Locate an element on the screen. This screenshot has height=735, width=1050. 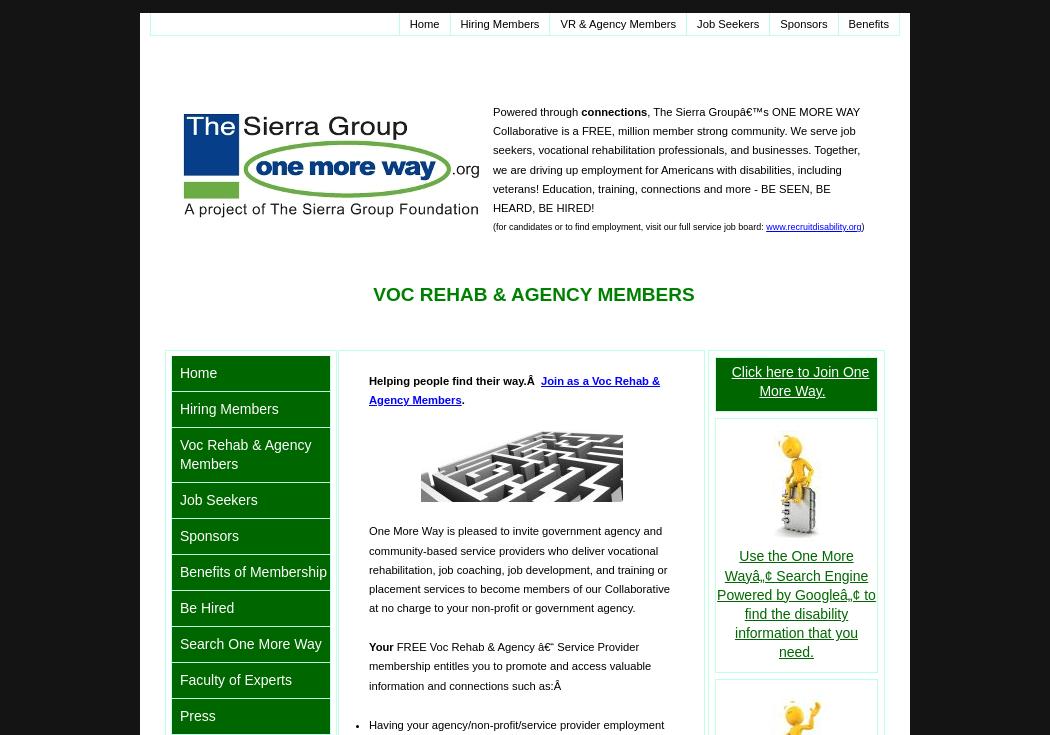
'Helping people find their way.Â' is located at coordinates (454, 379).